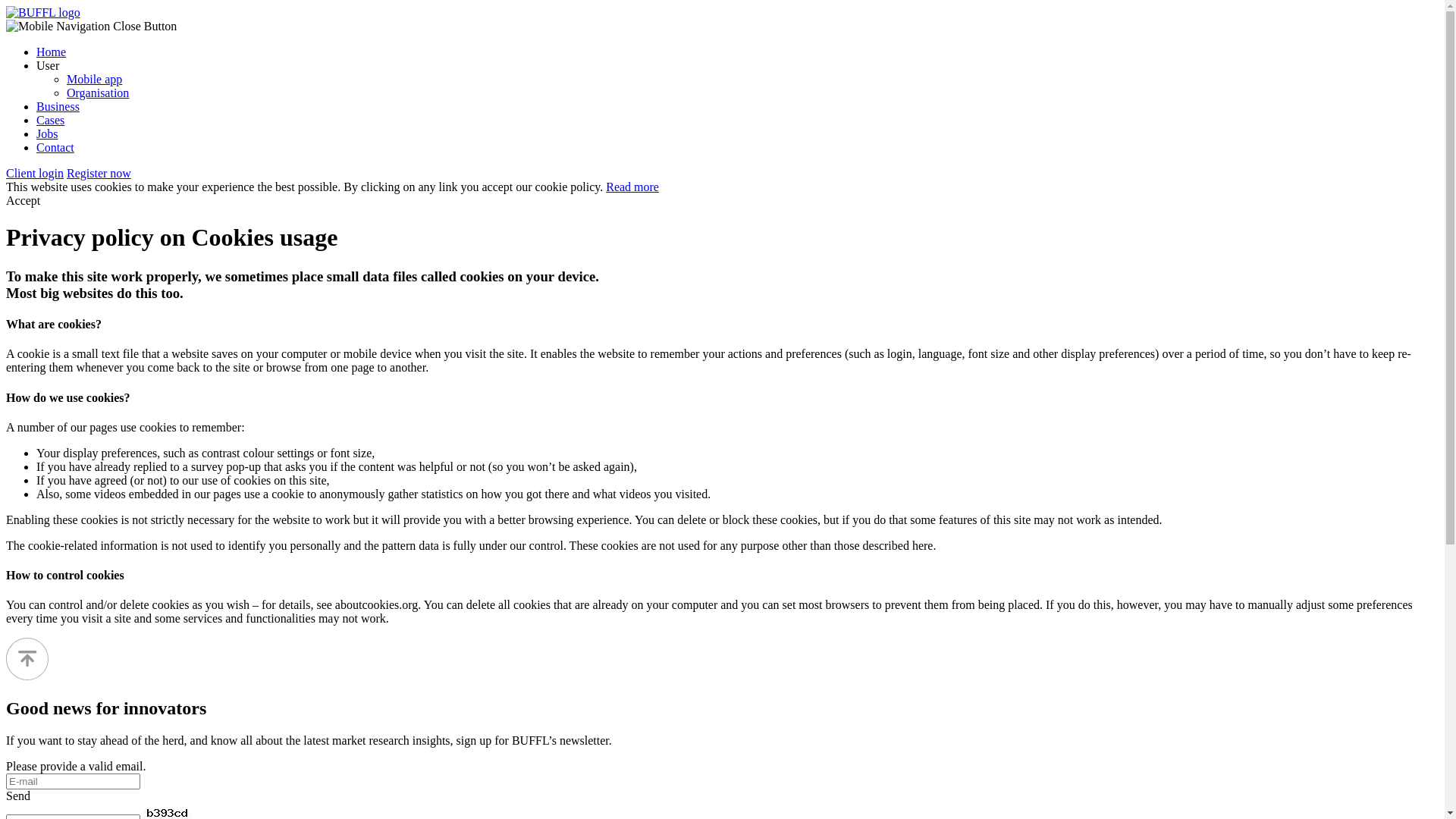 This screenshot has width=1456, height=819. Describe the element at coordinates (55, 147) in the screenshot. I see `'Contact'` at that location.